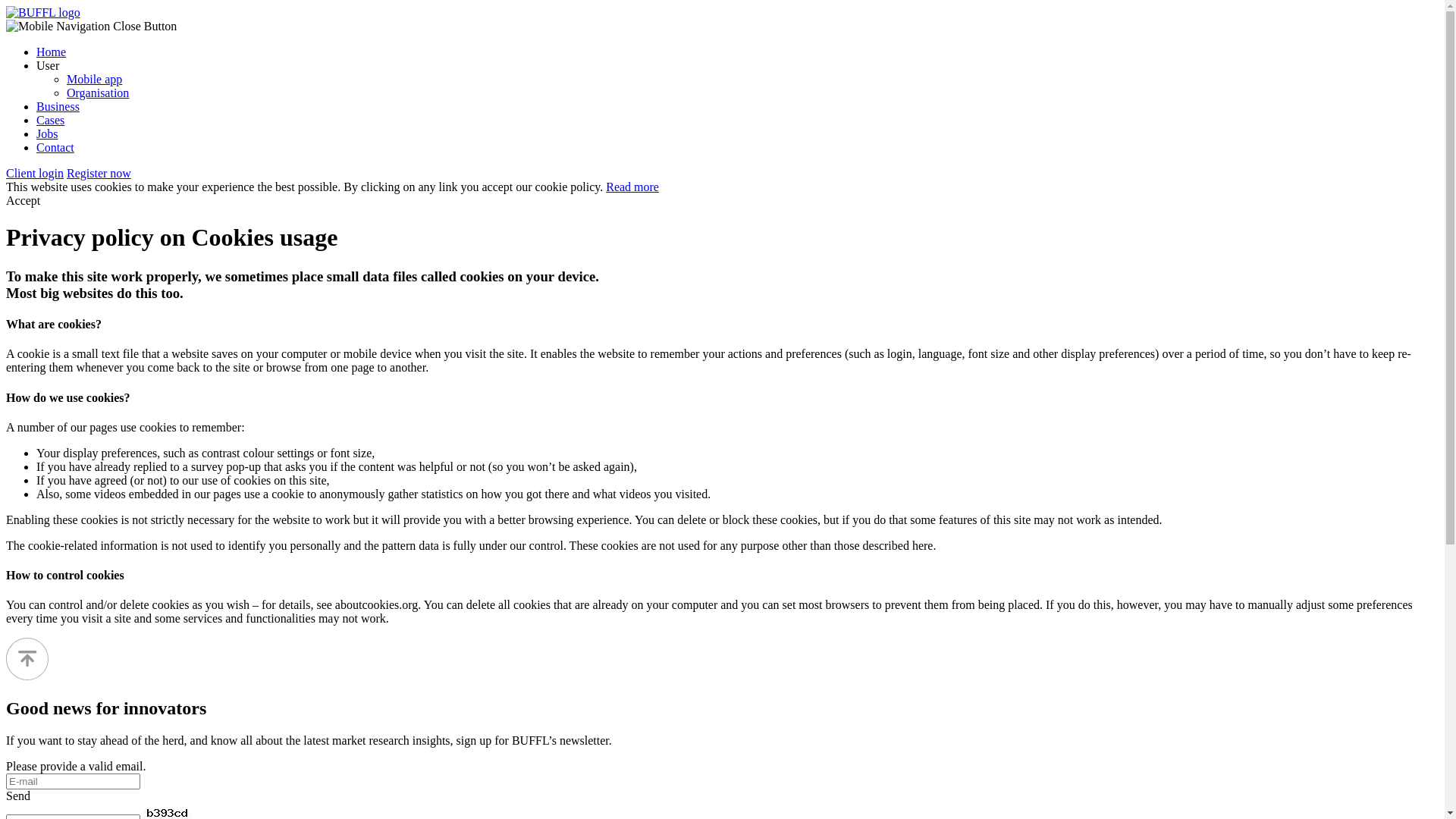 This screenshot has width=1456, height=819. Describe the element at coordinates (55, 147) in the screenshot. I see `'Contact'` at that location.